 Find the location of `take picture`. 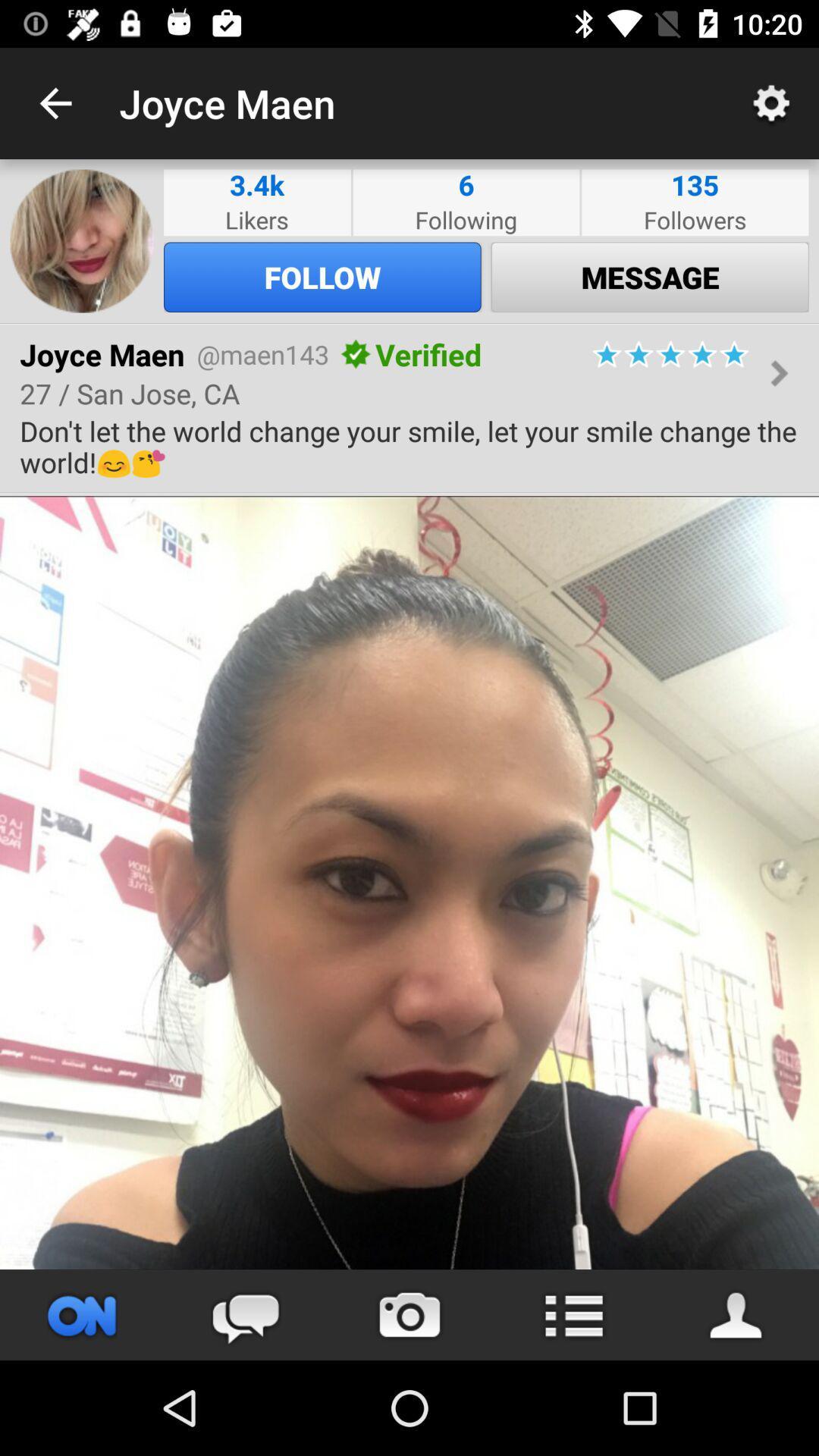

take picture is located at coordinates (409, 1314).